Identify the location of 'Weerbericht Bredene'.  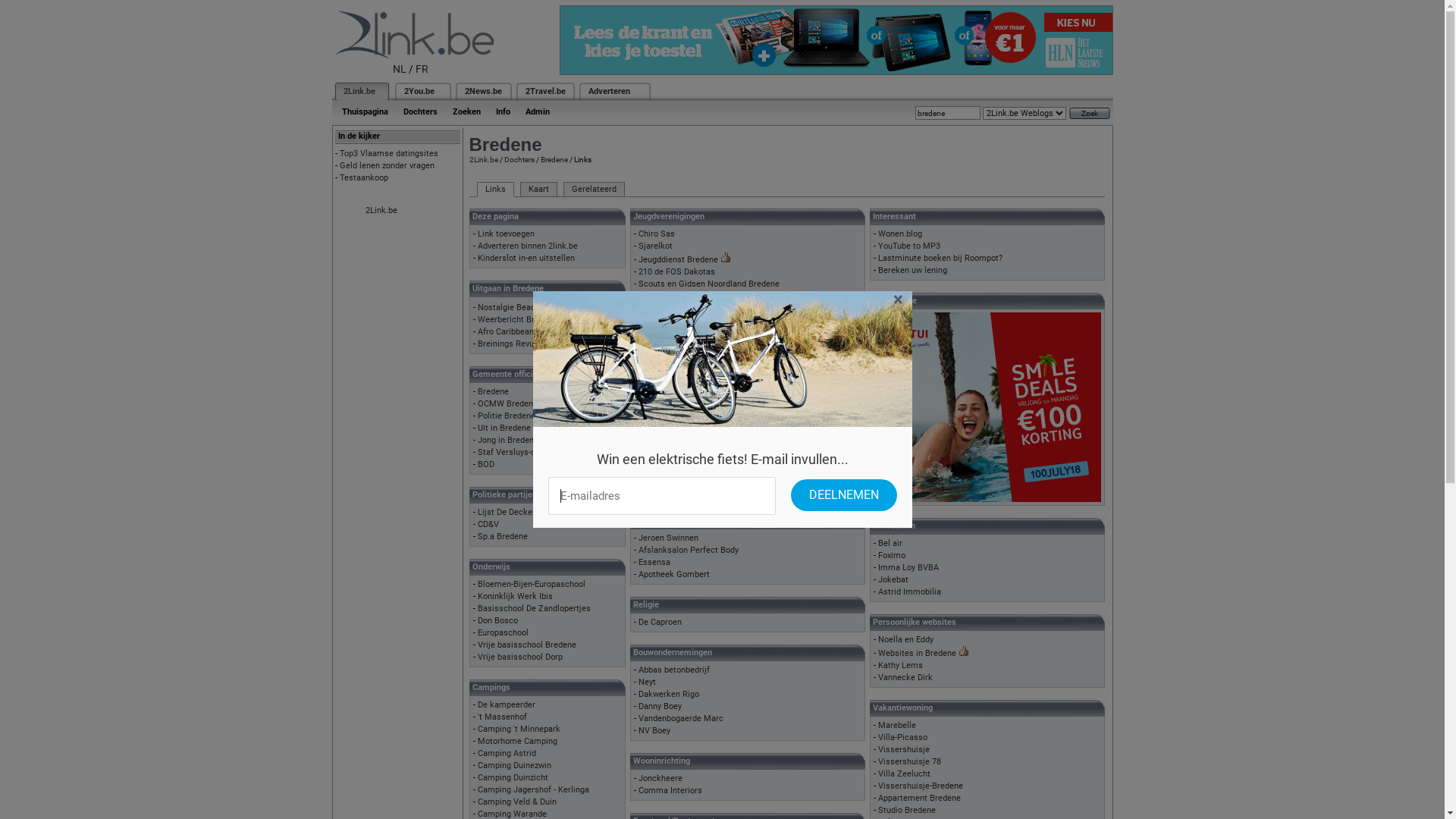
(517, 318).